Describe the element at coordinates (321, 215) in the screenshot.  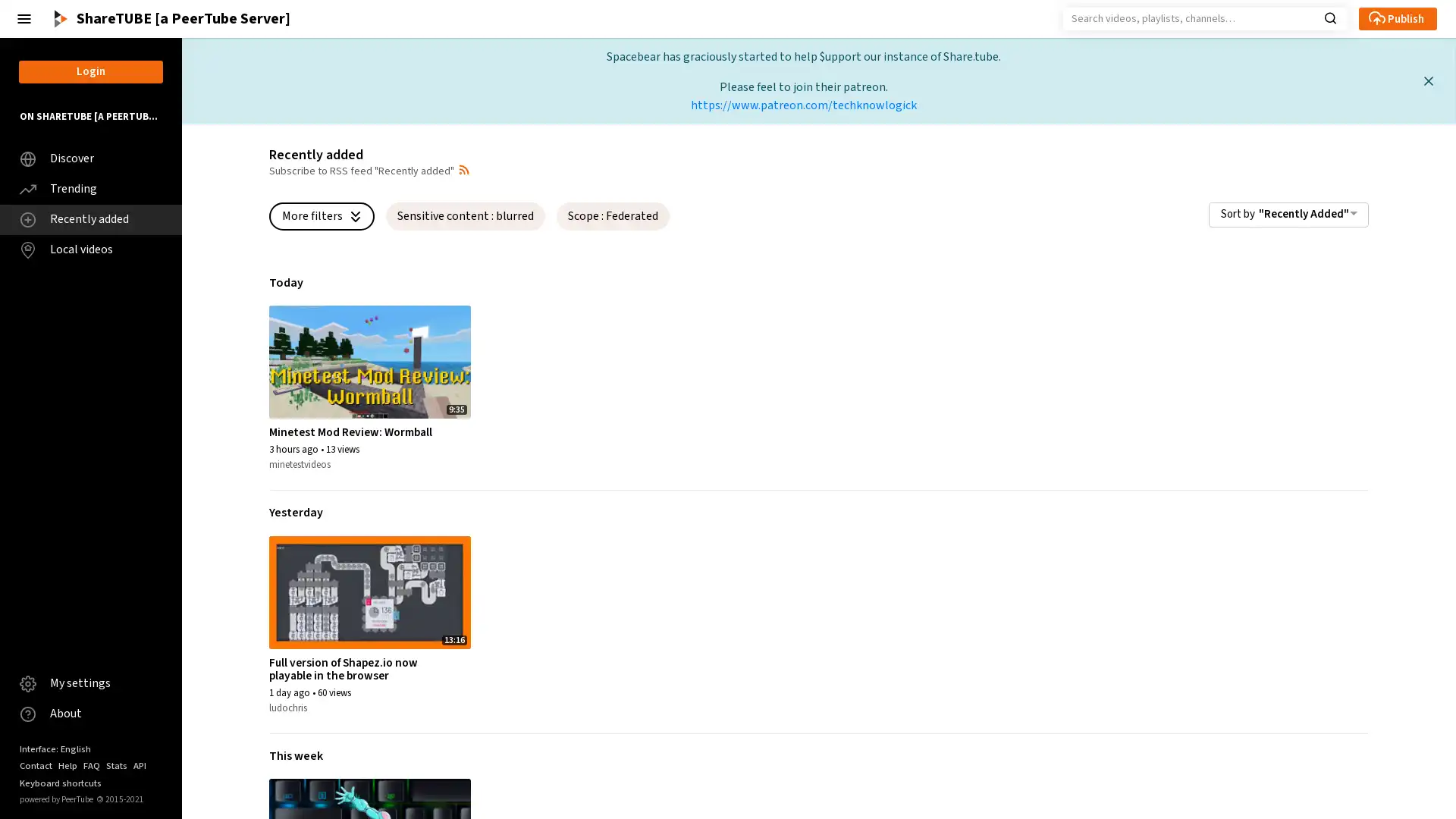
I see `More filters` at that location.